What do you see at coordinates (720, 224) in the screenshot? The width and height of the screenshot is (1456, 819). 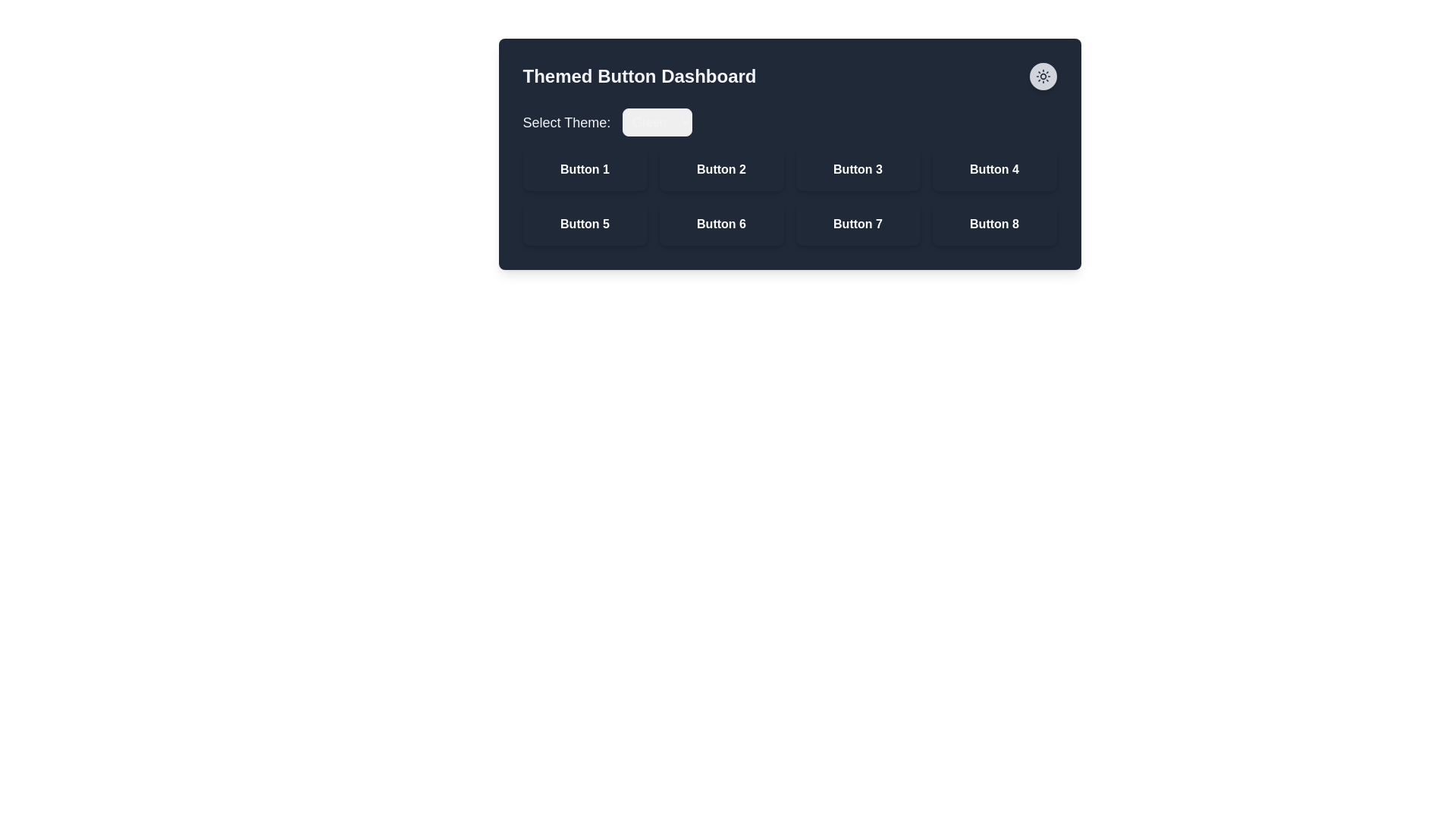 I see `the green rectangular button labeled 'Button 6'` at bounding box center [720, 224].